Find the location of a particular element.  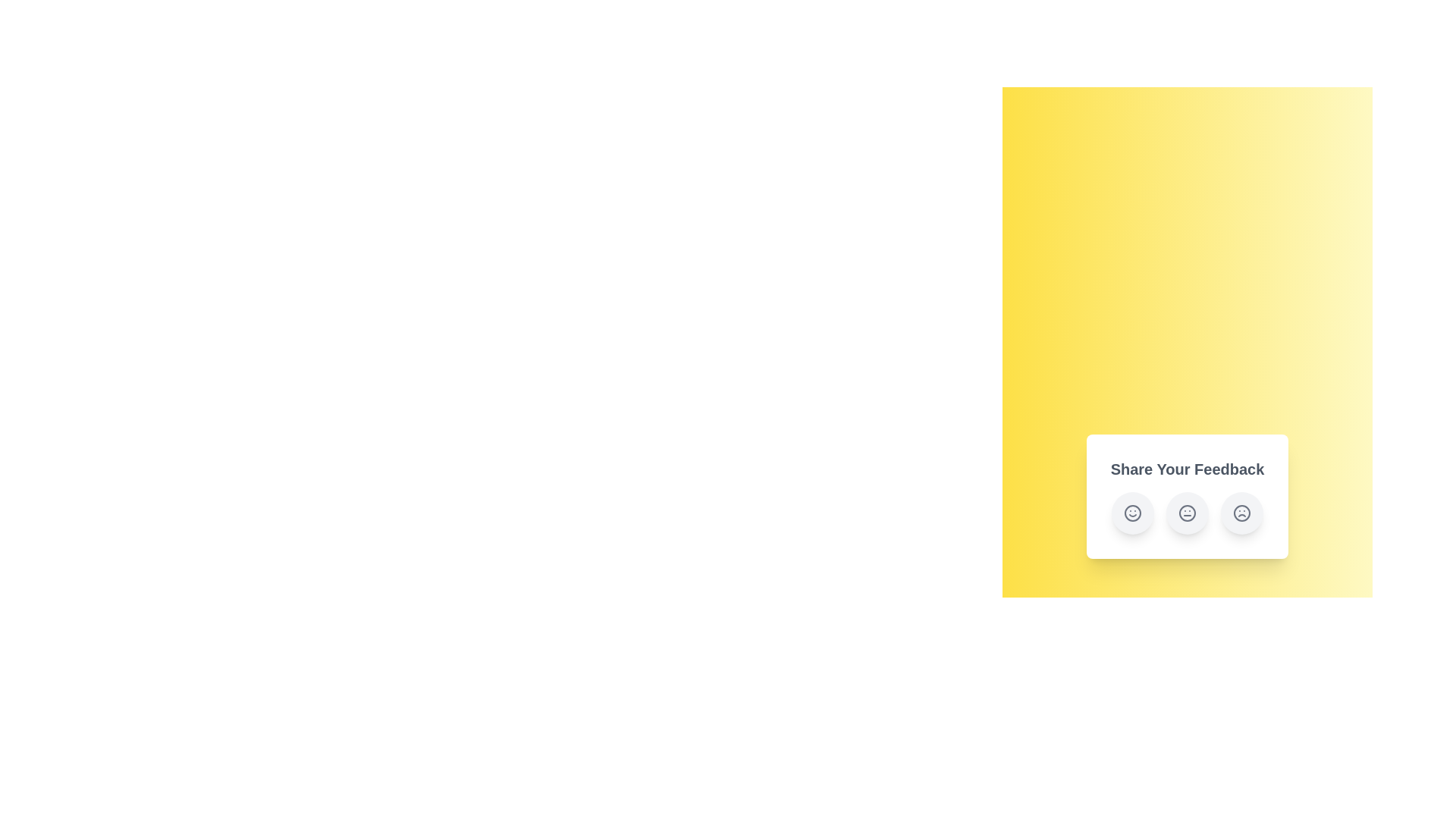

the 'Happy' feedback button is located at coordinates (1132, 513).